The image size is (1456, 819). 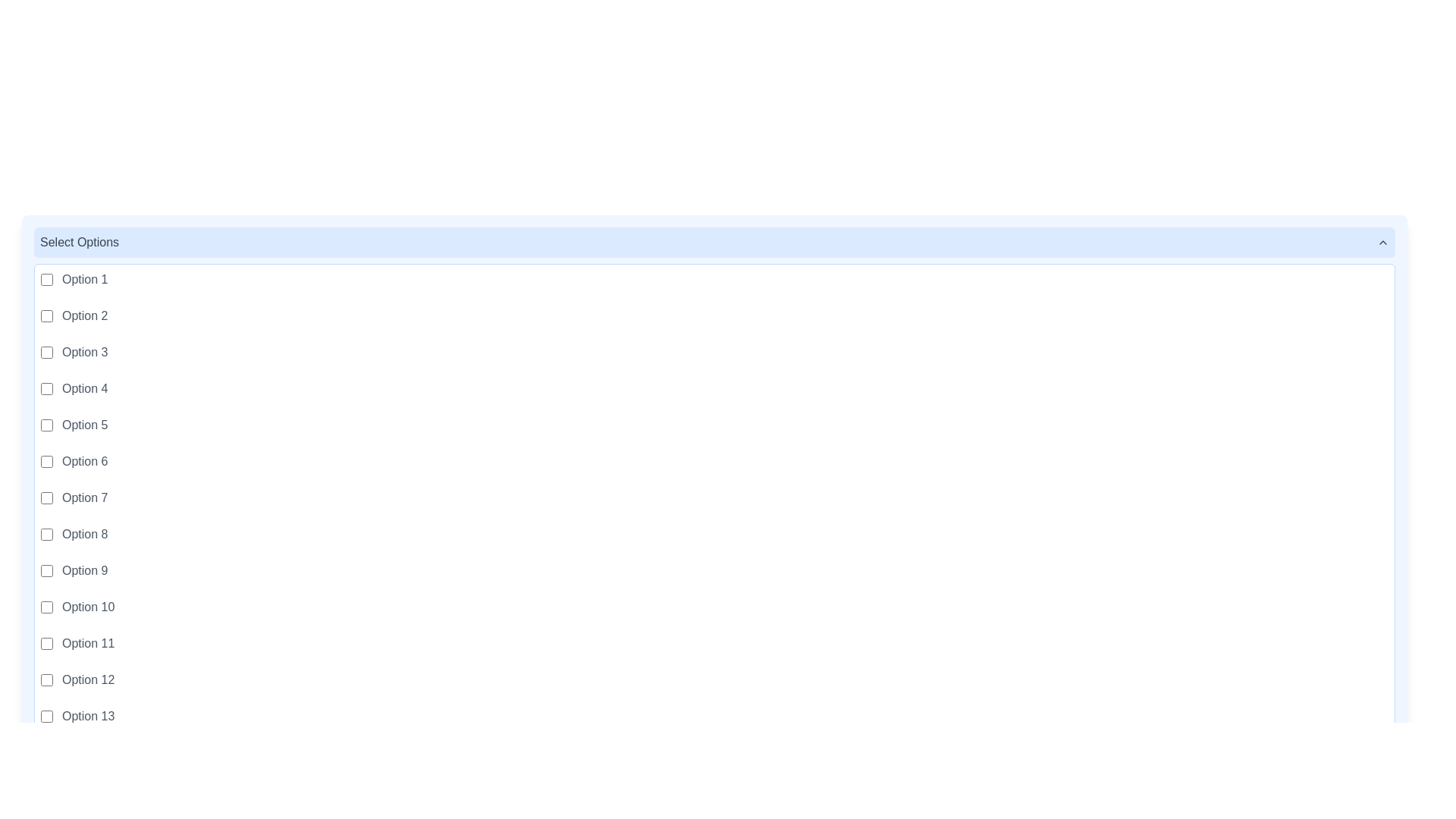 What do you see at coordinates (47, 353) in the screenshot?
I see `the small checkbox with a blue border located next to the label 'Option 3'` at bounding box center [47, 353].